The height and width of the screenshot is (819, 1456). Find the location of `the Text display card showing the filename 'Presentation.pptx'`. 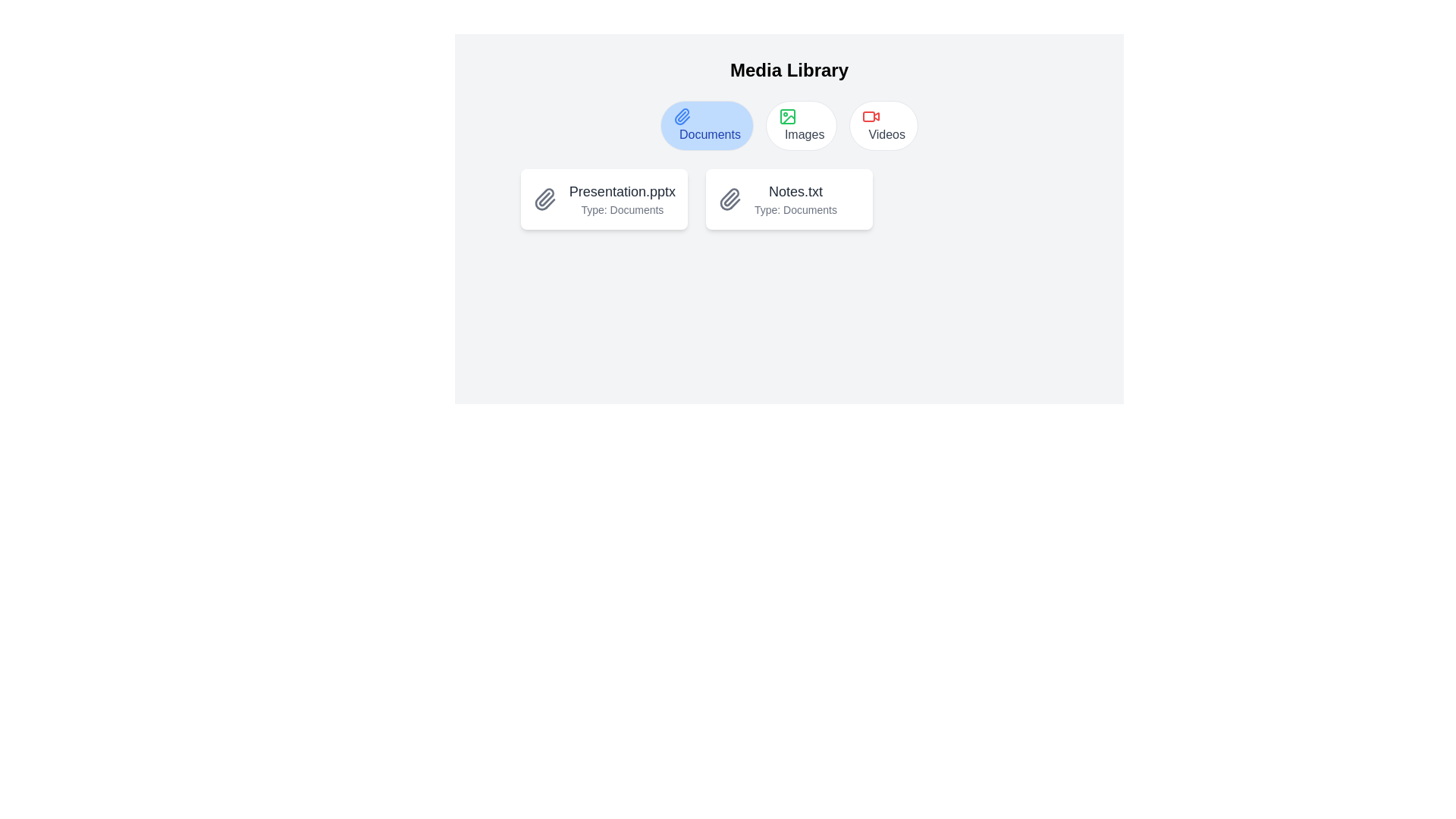

the Text display card showing the filename 'Presentation.pptx' is located at coordinates (622, 198).